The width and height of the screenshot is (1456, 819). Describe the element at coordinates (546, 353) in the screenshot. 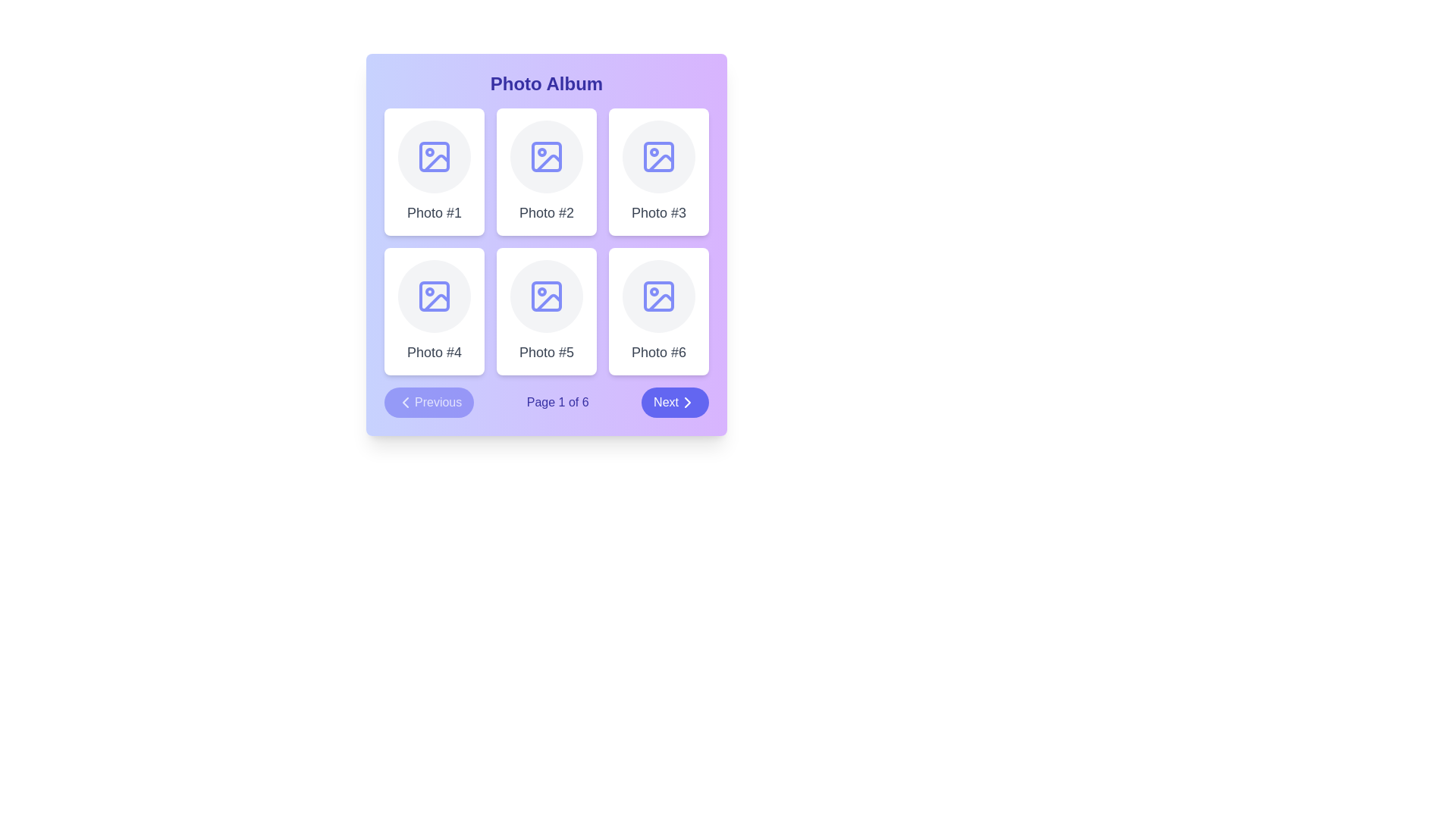

I see `text content of the label identifying the fifth photo in the grid of photo thumbnails, located at the center-bottom of the card in the second row, second column of the photo album grid interface` at that location.